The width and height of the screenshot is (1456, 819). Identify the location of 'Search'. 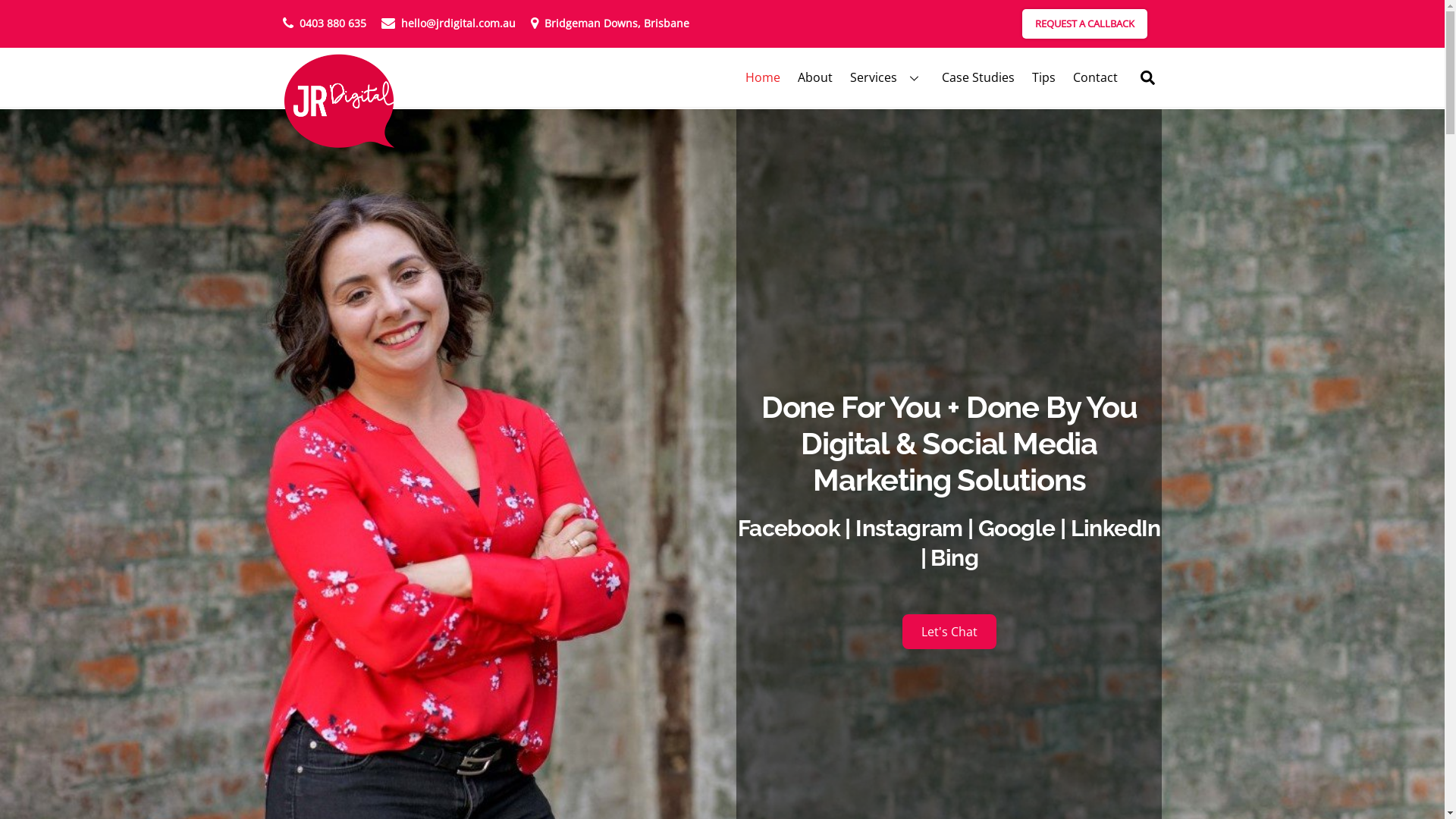
(1132, 77).